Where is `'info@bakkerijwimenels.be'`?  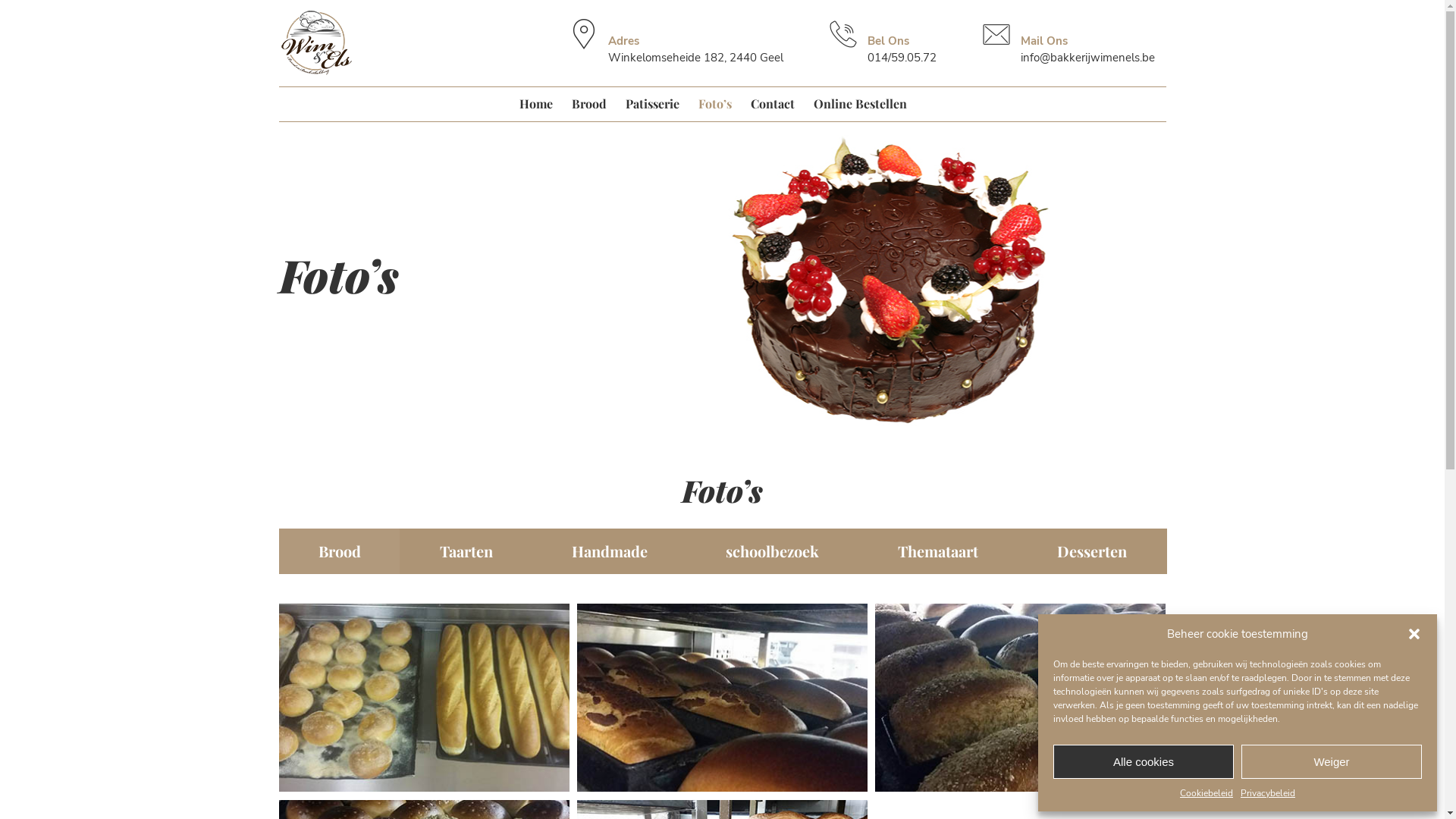 'info@bakkerijwimenels.be' is located at coordinates (1087, 57).